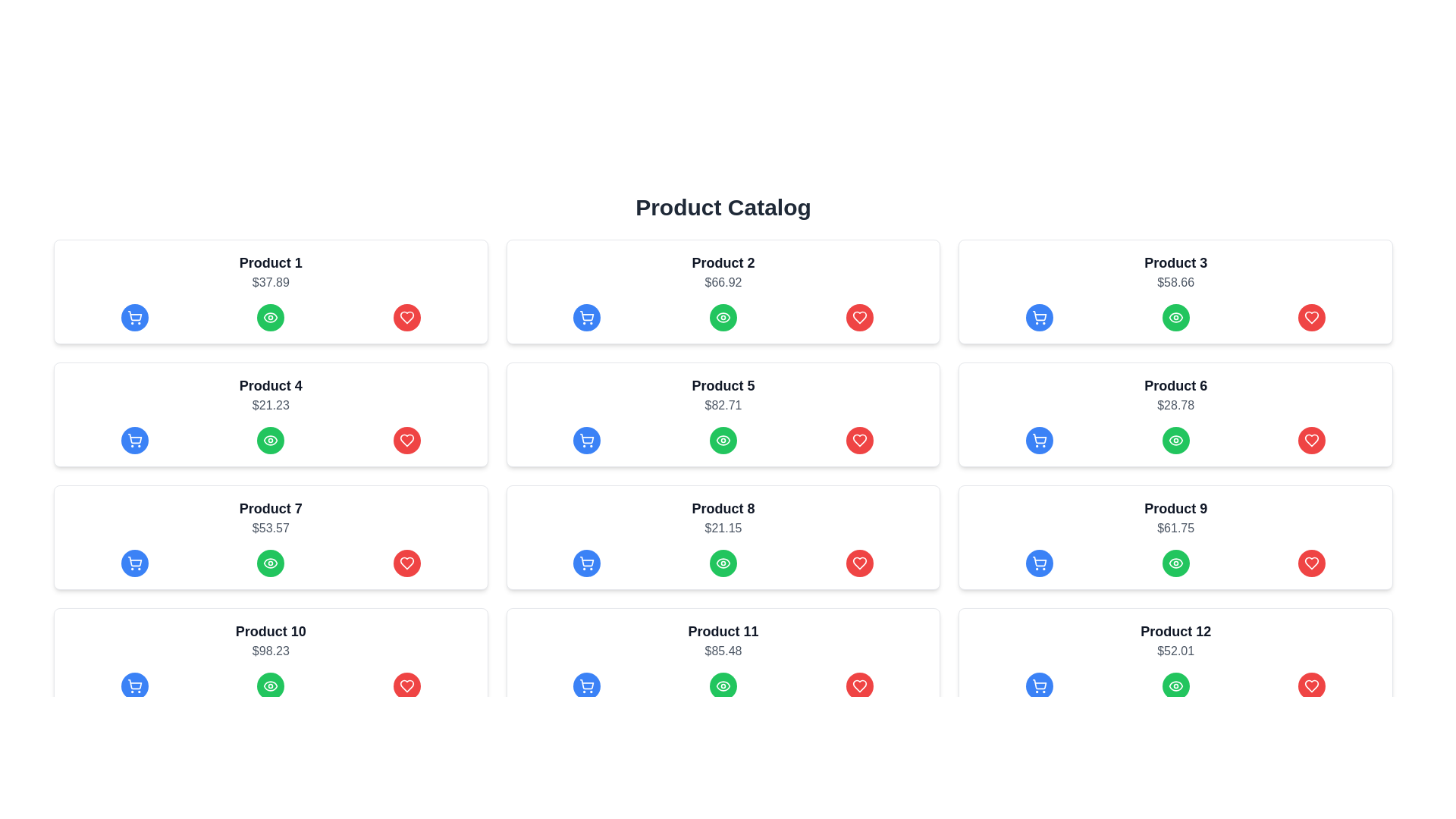 This screenshot has height=819, width=1456. Describe the element at coordinates (406, 686) in the screenshot. I see `the 'favorite' button for 'Product 10', located in the third row of buttons beneath the 'Product Catalog'` at that location.